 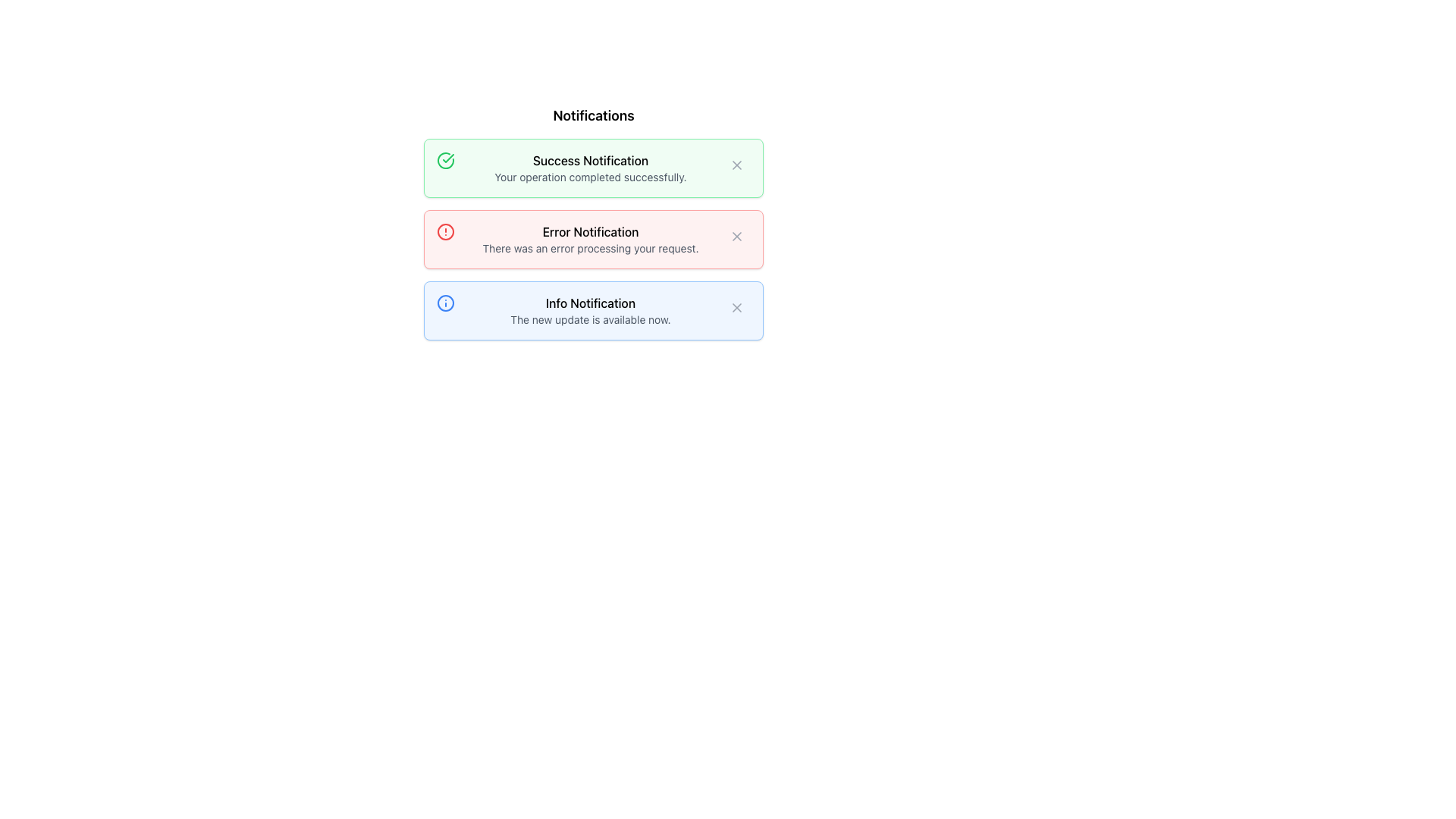 What do you see at coordinates (445, 303) in the screenshot?
I see `the circular element with a blue border located within the info notification card at the bottom of the notification stack` at bounding box center [445, 303].